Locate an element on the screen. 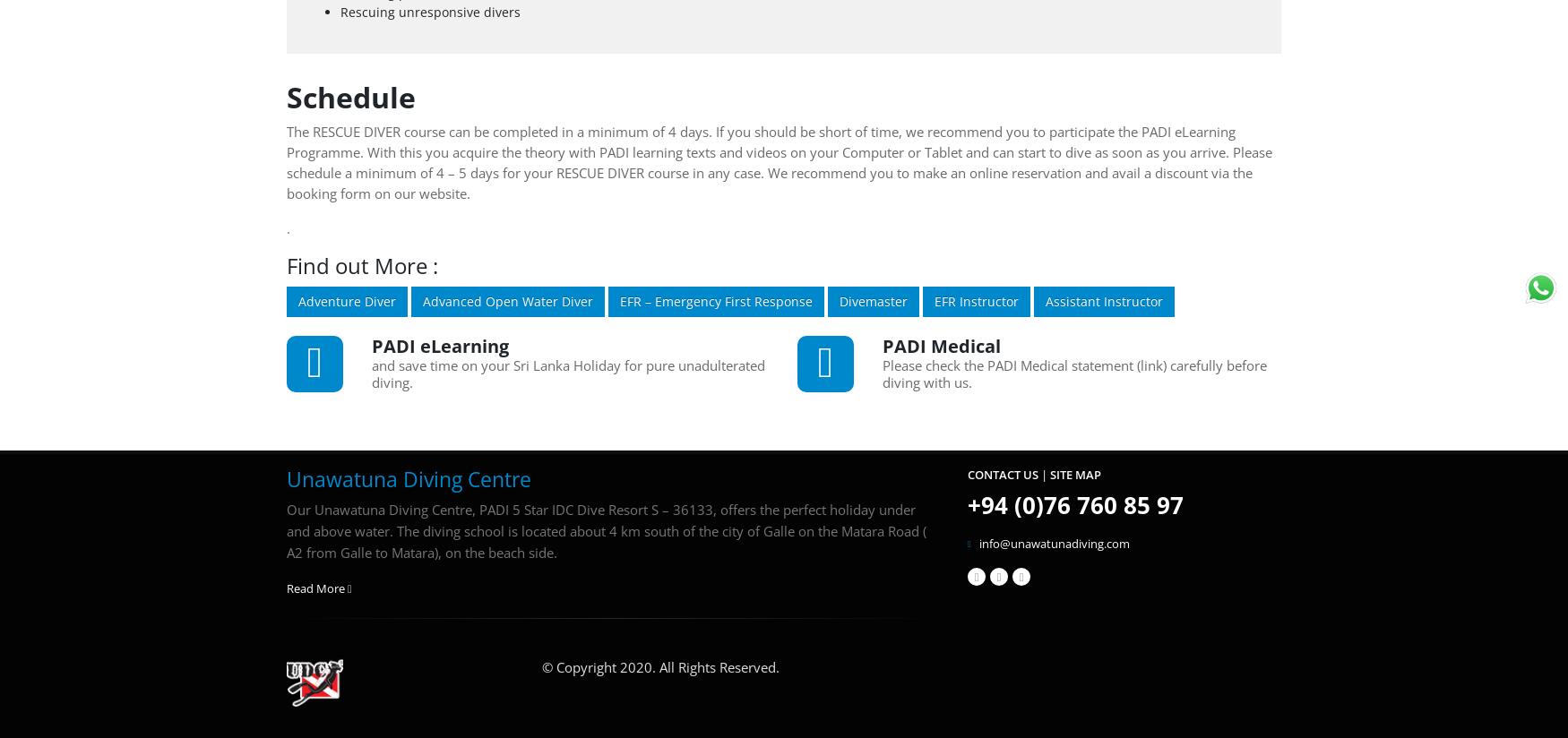  'Contact Us' is located at coordinates (1003, 474).